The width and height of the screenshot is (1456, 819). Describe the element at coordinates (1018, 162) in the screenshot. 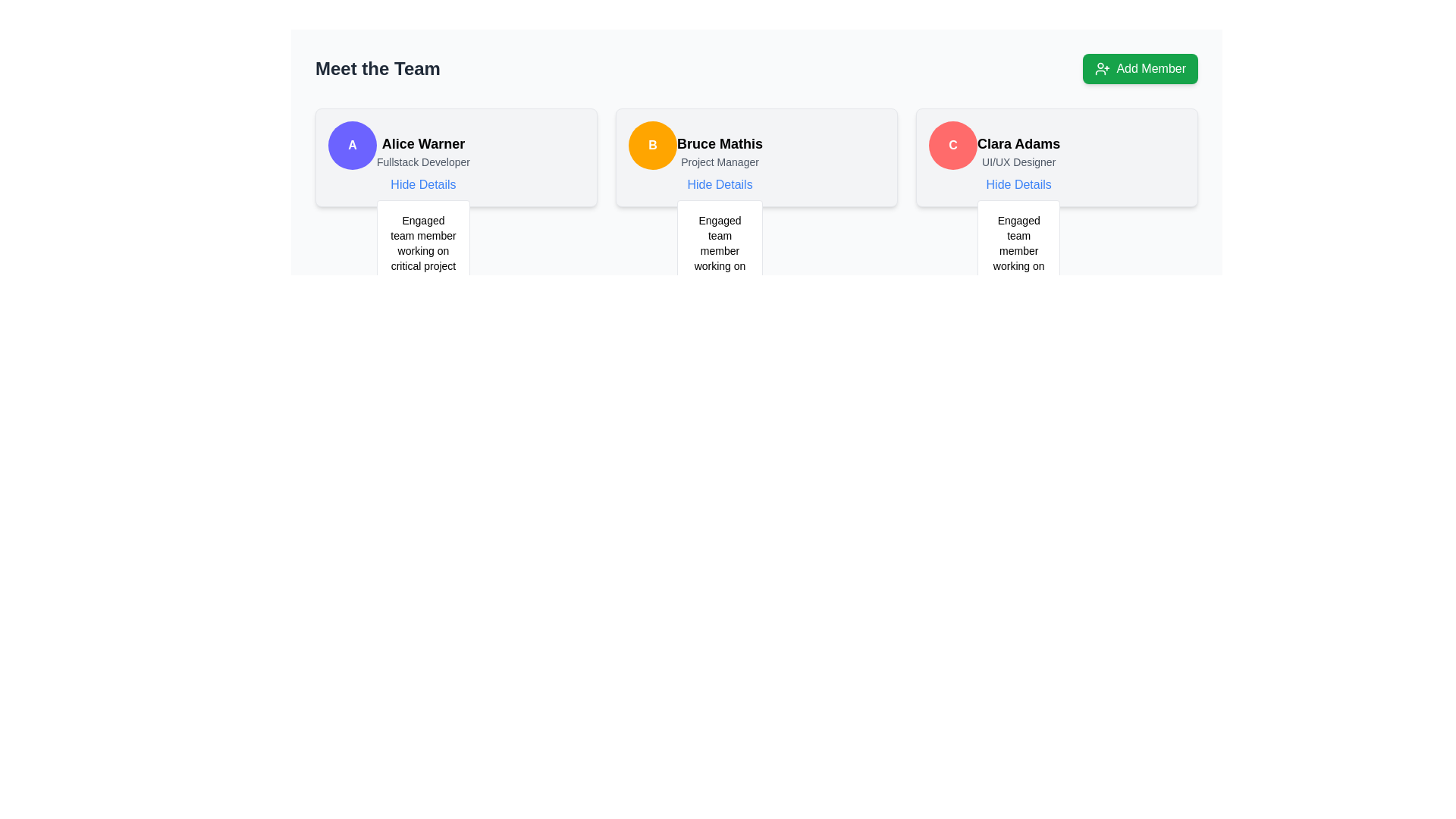

I see `the text label displaying 'UI/UX Designer', which is styled in a small, gray, sans-serif font, located below 'Clara Adams' in a card-like layout` at that location.